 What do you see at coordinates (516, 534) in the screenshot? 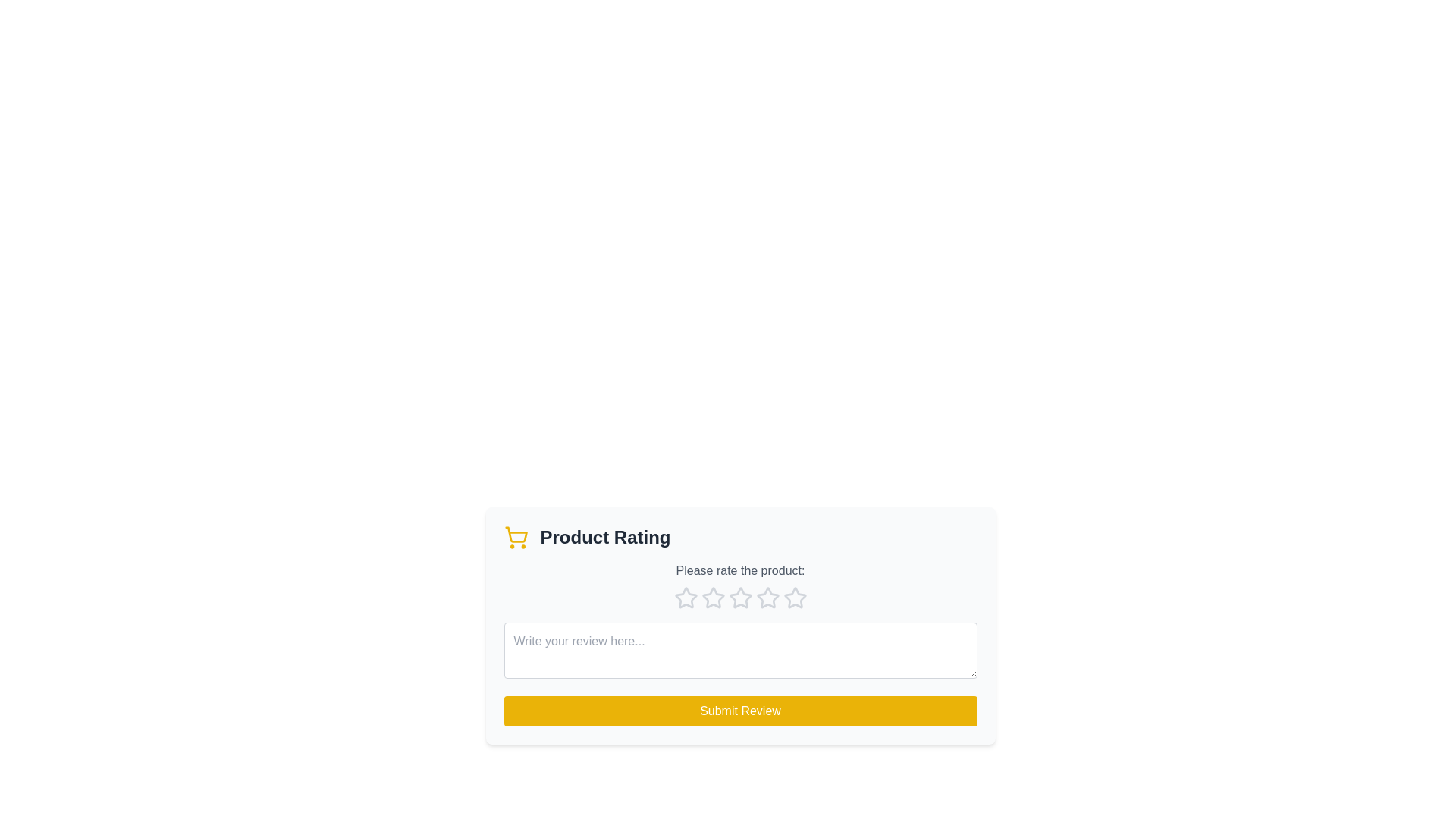
I see `the main body shape of the shopping cart icon, which is prominently displayed at the top of the 'Product Rating' section` at bounding box center [516, 534].